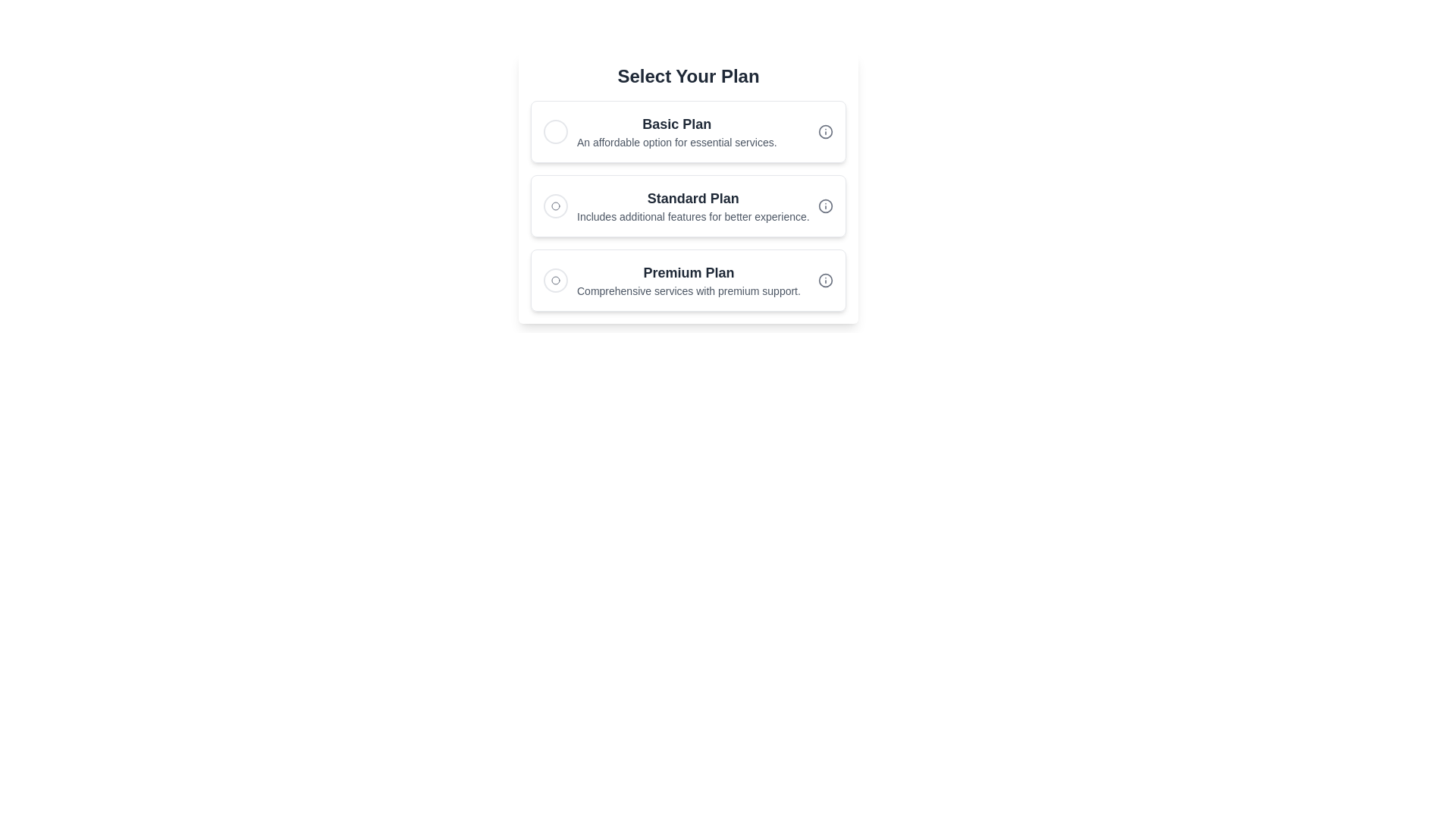  I want to click on the text label that reads 'Includes additional features for better experience.' which is positioned below the 'Standard Plan' title in a card-like section, so click(692, 216).